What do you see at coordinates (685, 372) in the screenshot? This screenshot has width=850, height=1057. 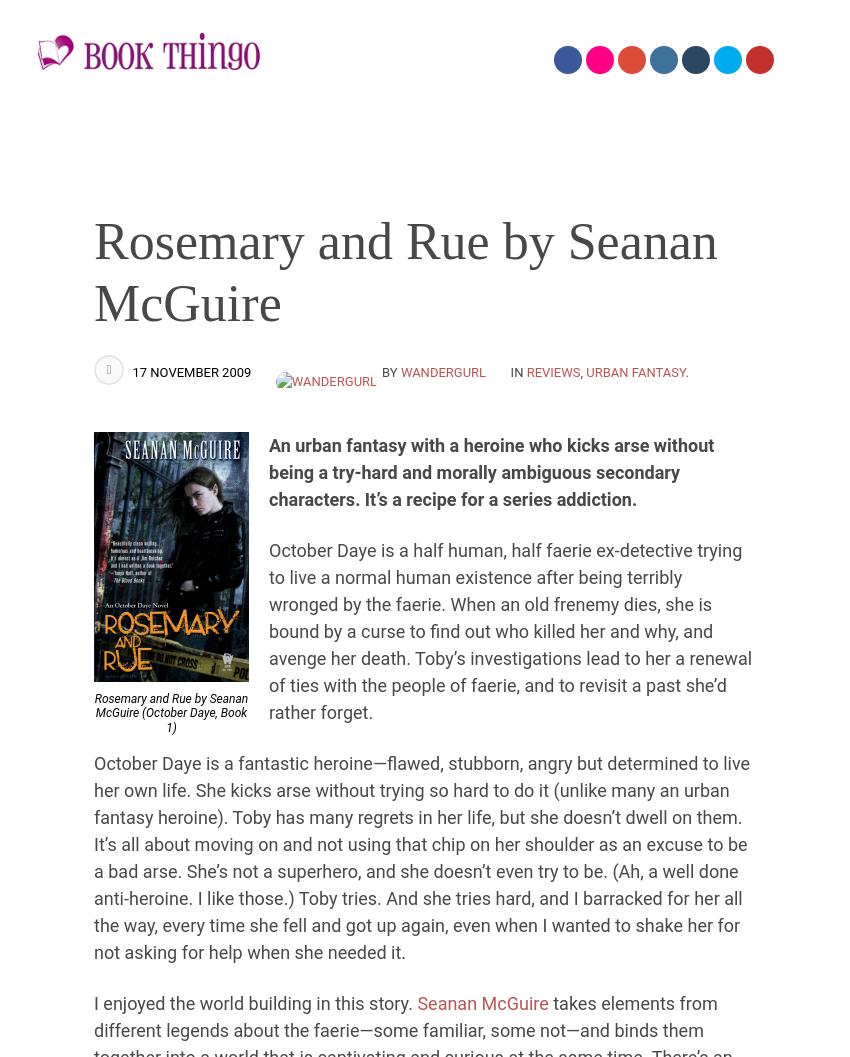 I see `'.'` at bounding box center [685, 372].